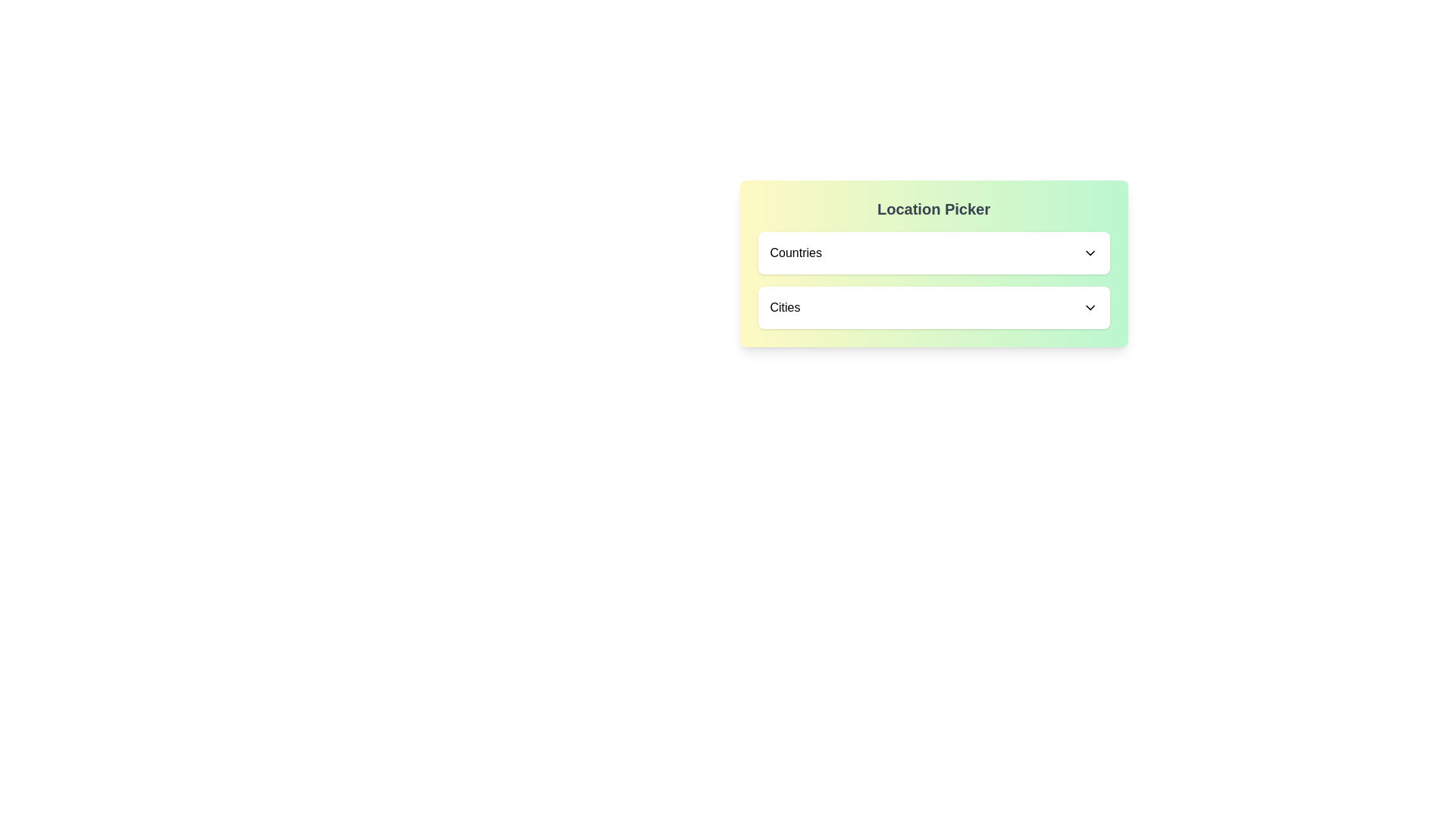 The height and width of the screenshot is (819, 1456). I want to click on the 'Countries' dropdown menu, so click(933, 253).